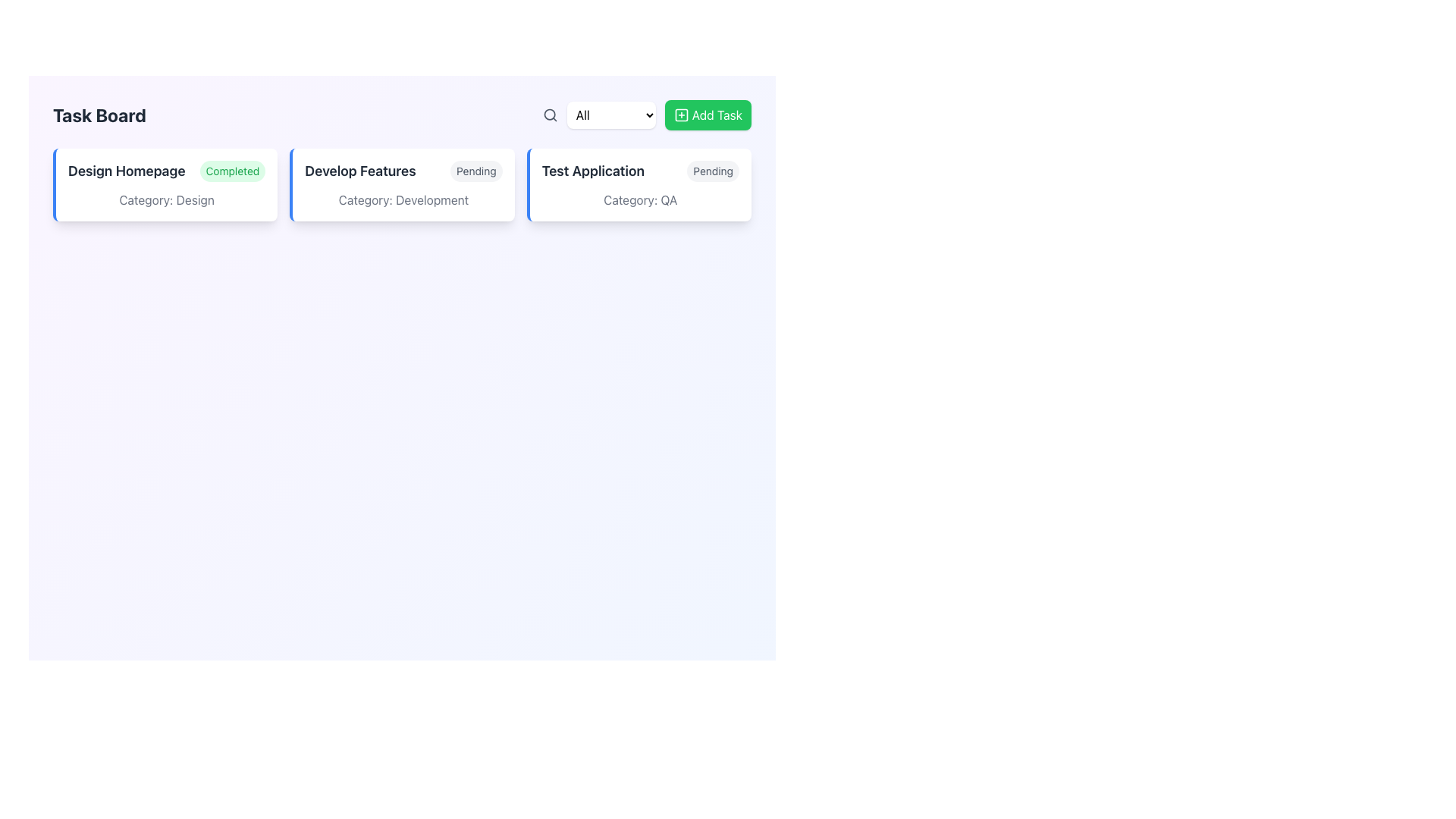  Describe the element at coordinates (640, 199) in the screenshot. I see `text label 'Category: QA' which is styled in muted gray color and positioned below the title 'Test Application' within the rightmost card` at that location.